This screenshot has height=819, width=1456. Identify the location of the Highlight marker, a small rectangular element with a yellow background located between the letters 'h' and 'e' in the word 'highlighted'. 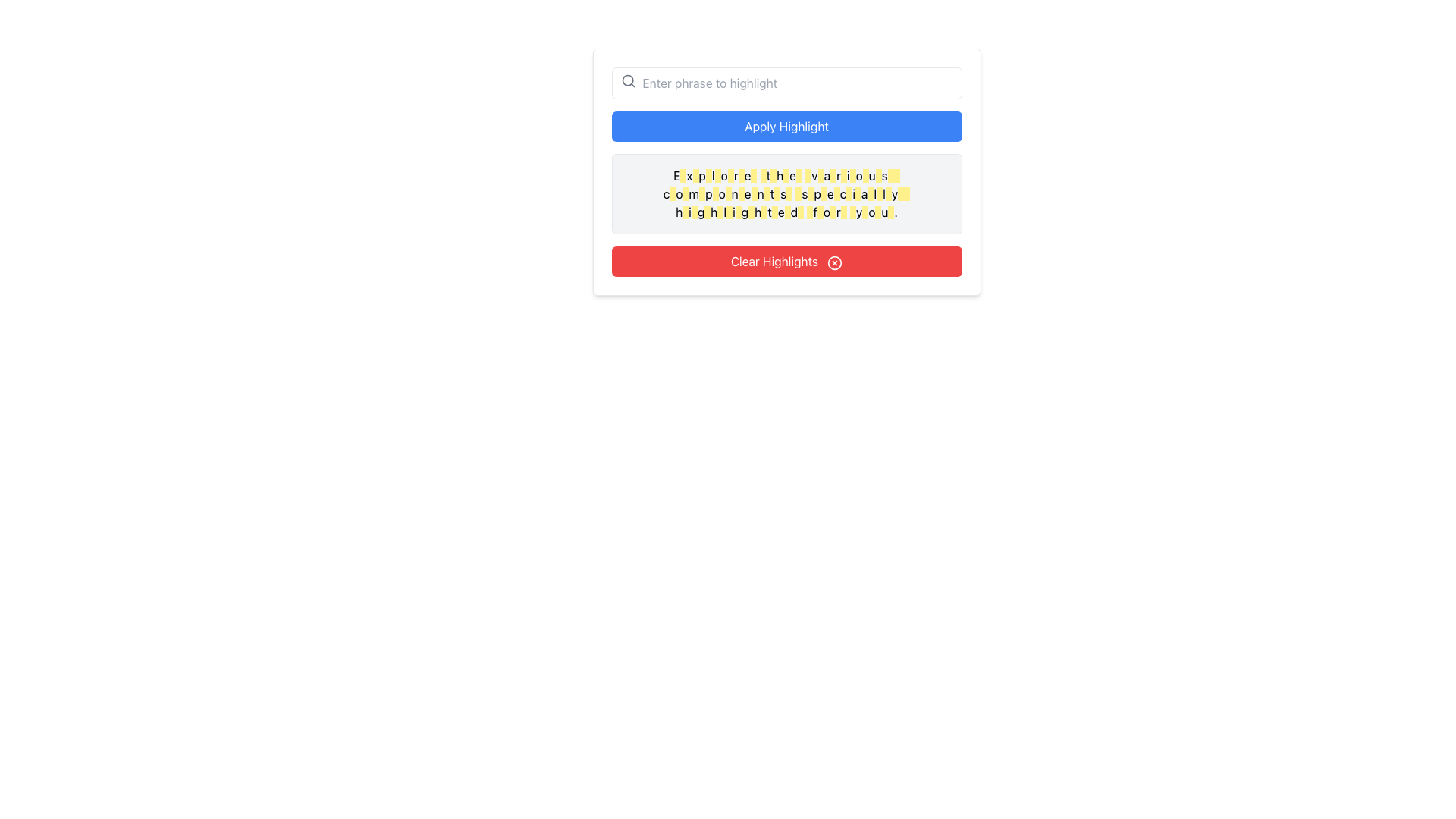
(799, 174).